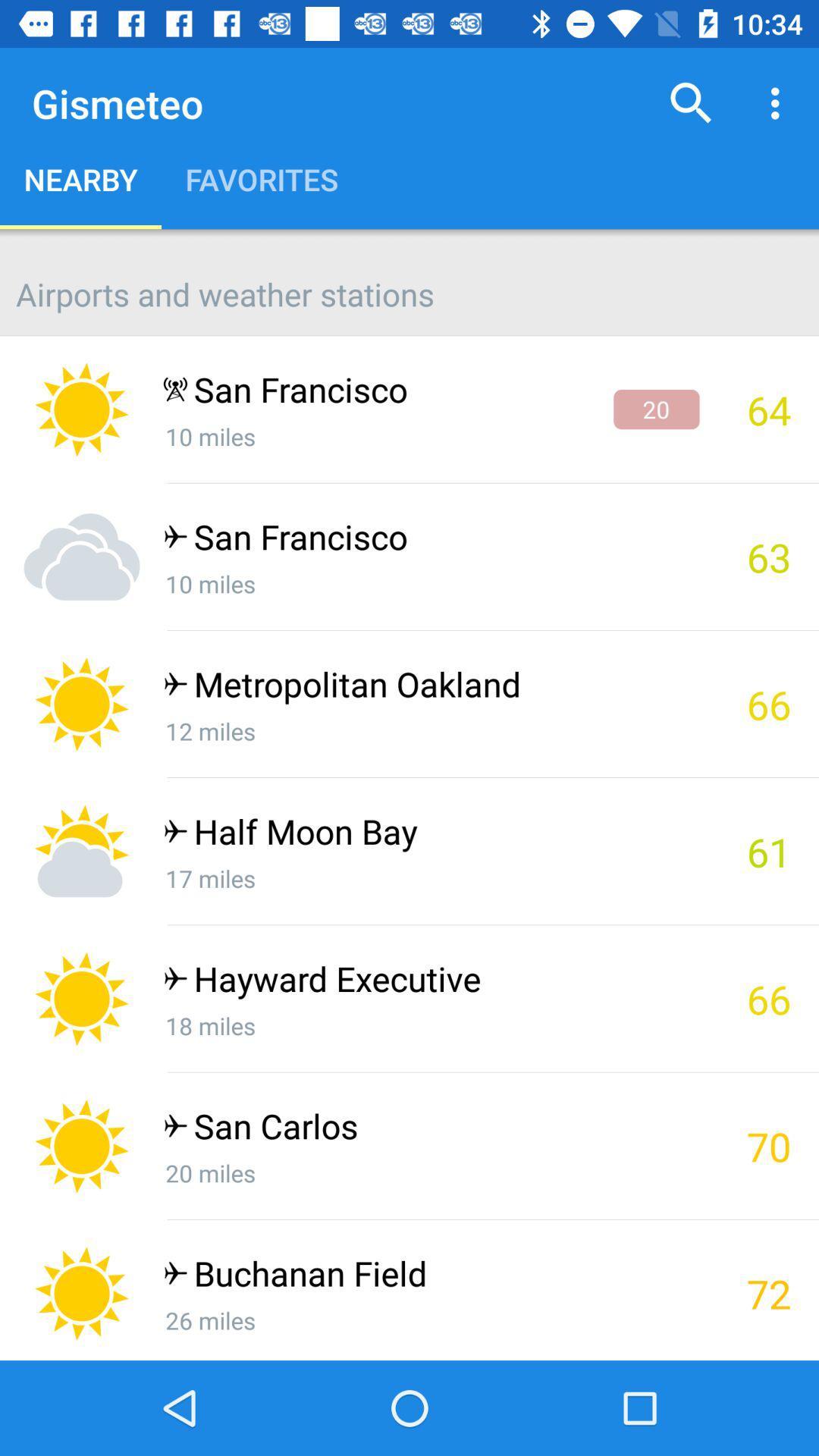 The image size is (819, 1456). I want to click on metropolitan oakland icon, so click(431, 687).